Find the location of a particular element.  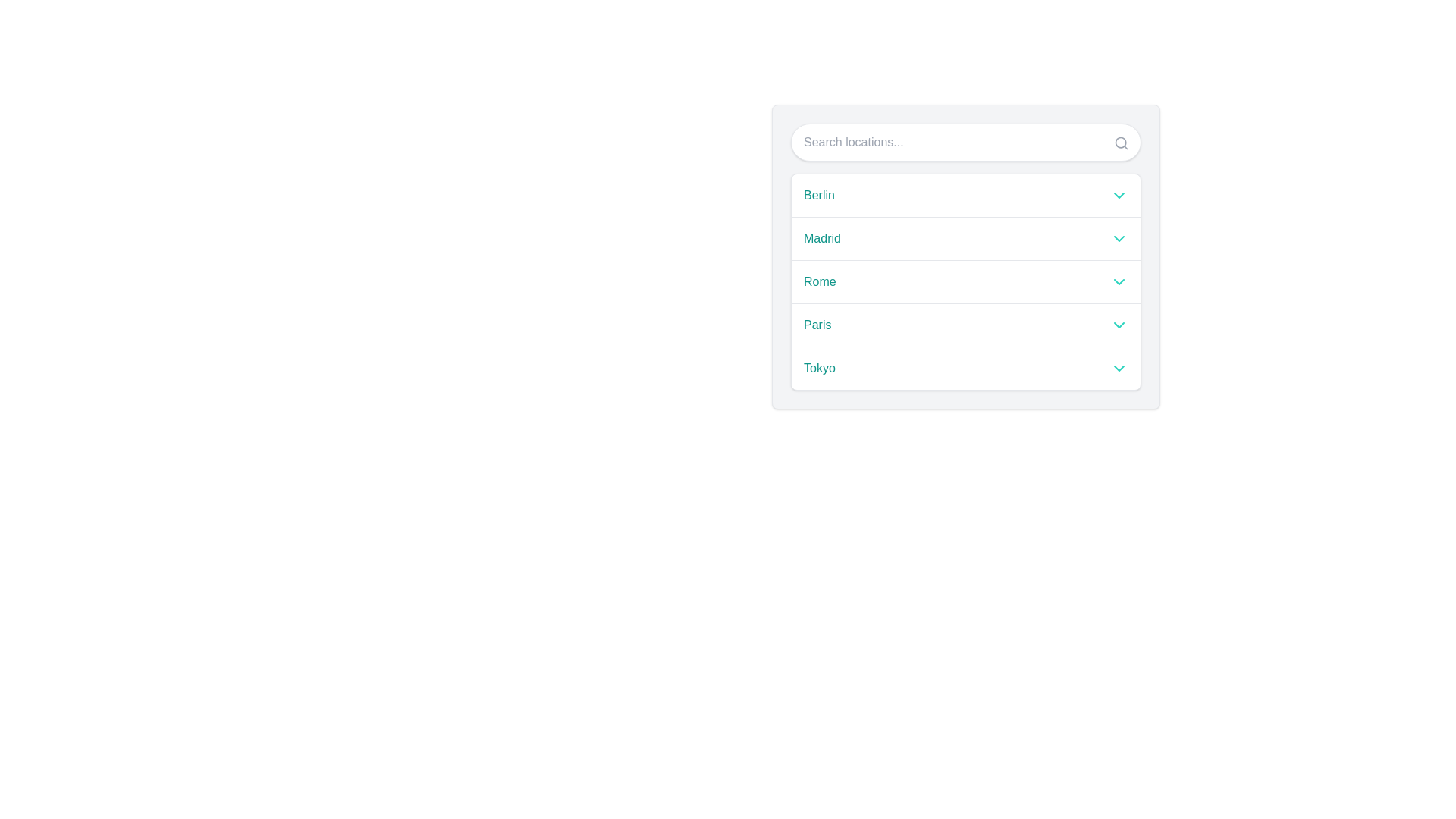

the text label displaying 'Berlin' in teal color for accessibility purposes is located at coordinates (818, 195).